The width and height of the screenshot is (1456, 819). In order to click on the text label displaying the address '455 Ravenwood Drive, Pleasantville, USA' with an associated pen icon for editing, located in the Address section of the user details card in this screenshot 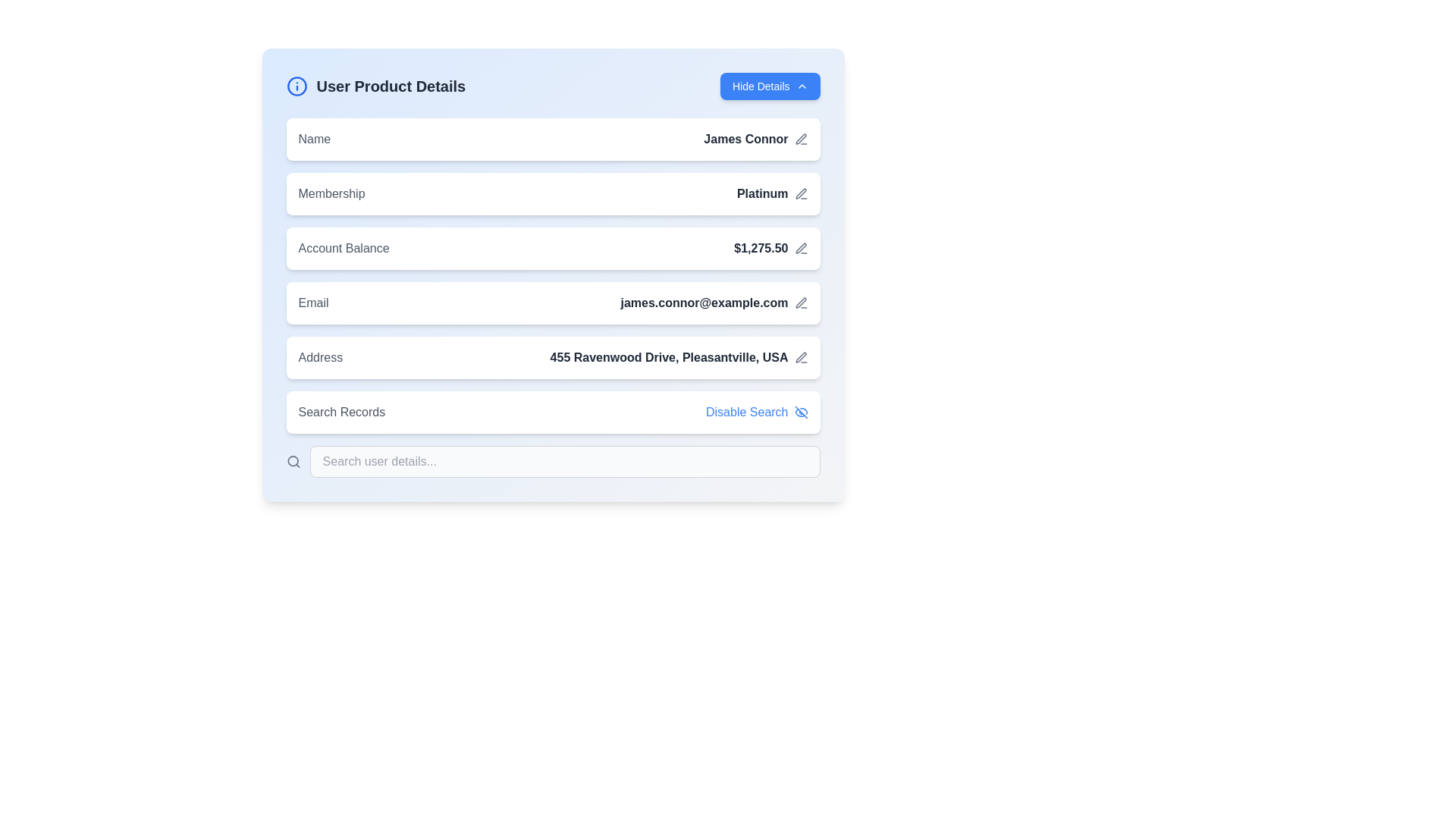, I will do `click(678, 357)`.